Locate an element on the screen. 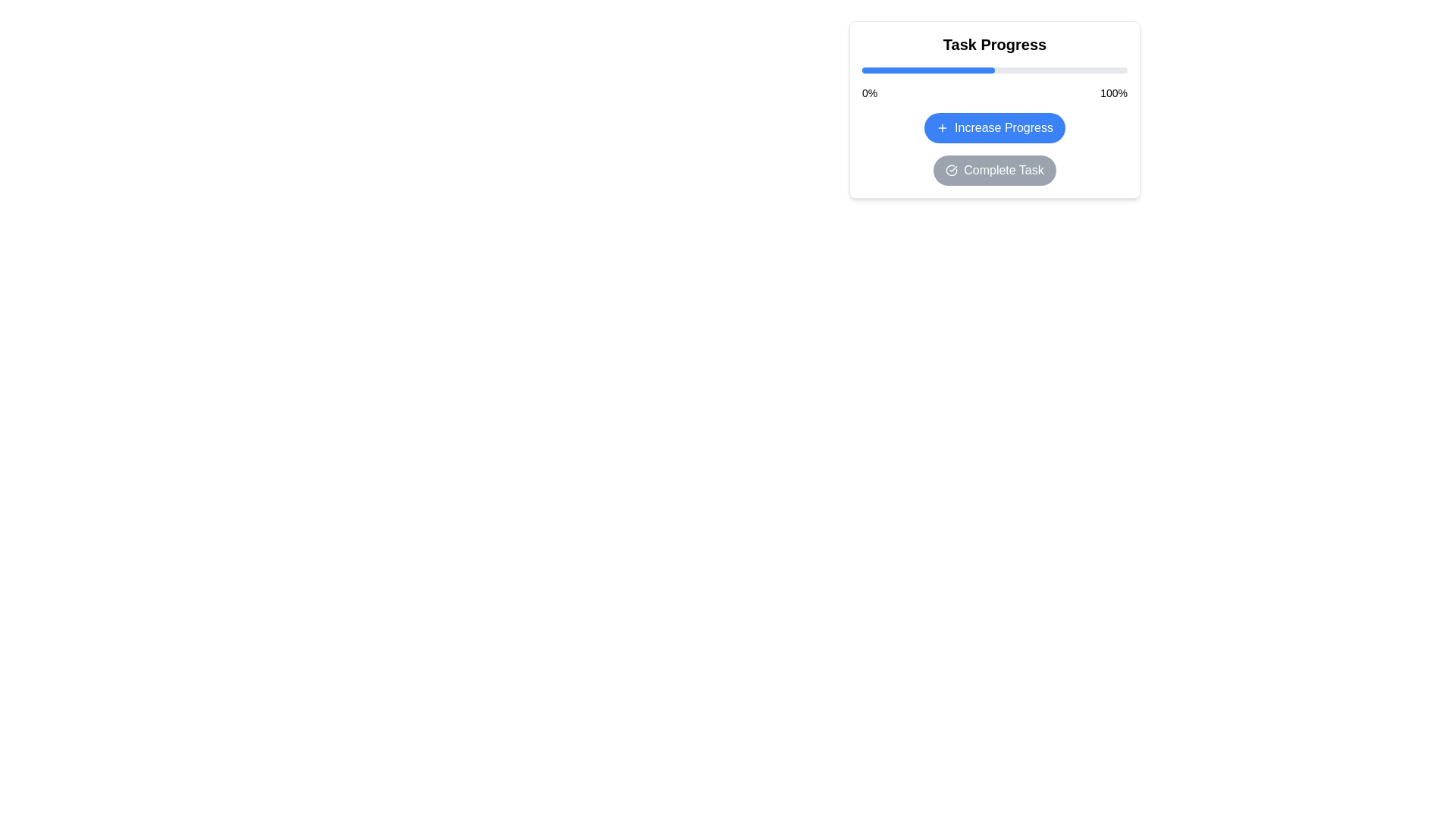 Image resolution: width=1456 pixels, height=819 pixels. the rounded blue button labeled 'Increase Progress' is located at coordinates (994, 127).